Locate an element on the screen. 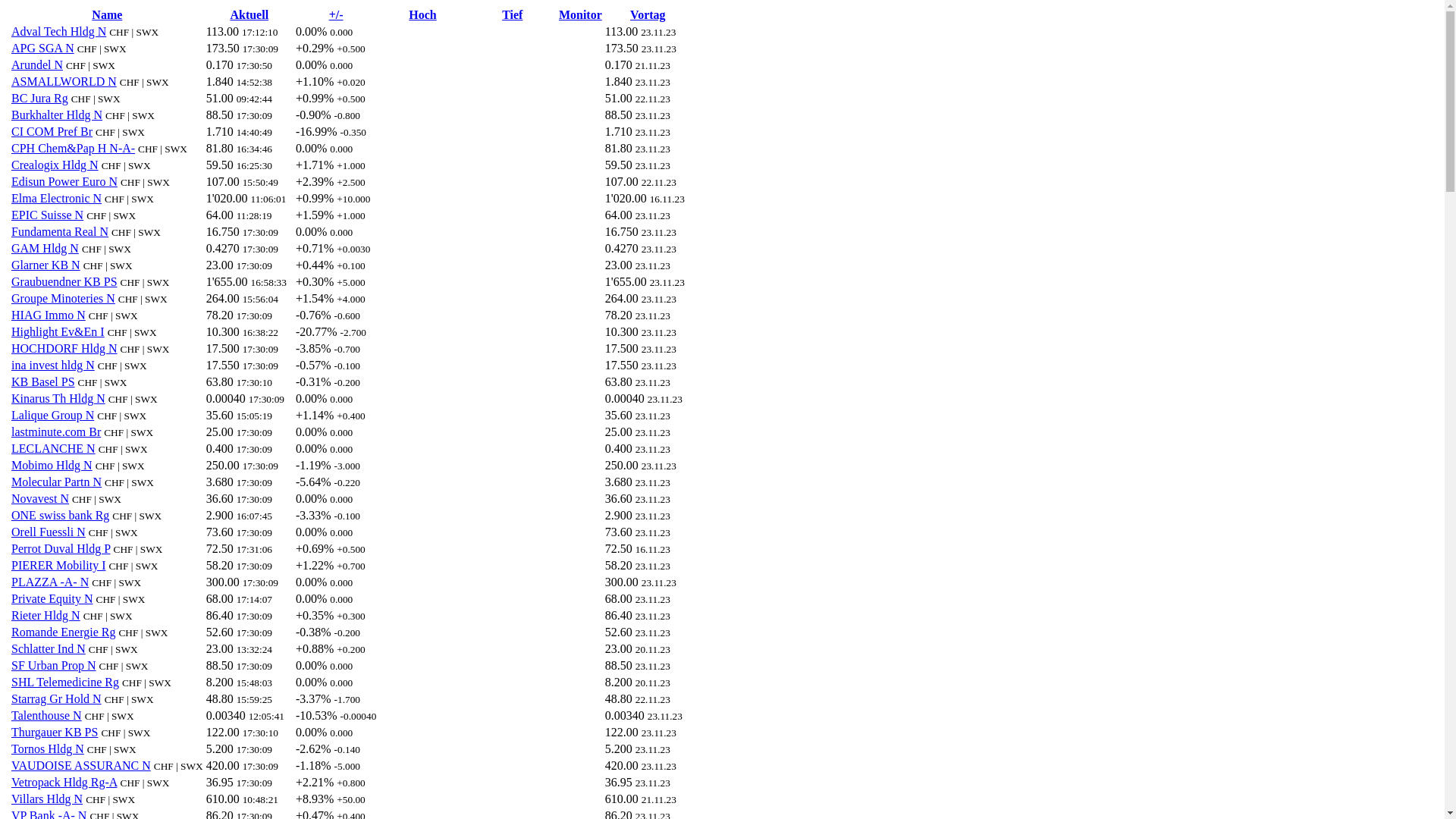  'CPH Chem&Pap H N-A-' is located at coordinates (72, 148).